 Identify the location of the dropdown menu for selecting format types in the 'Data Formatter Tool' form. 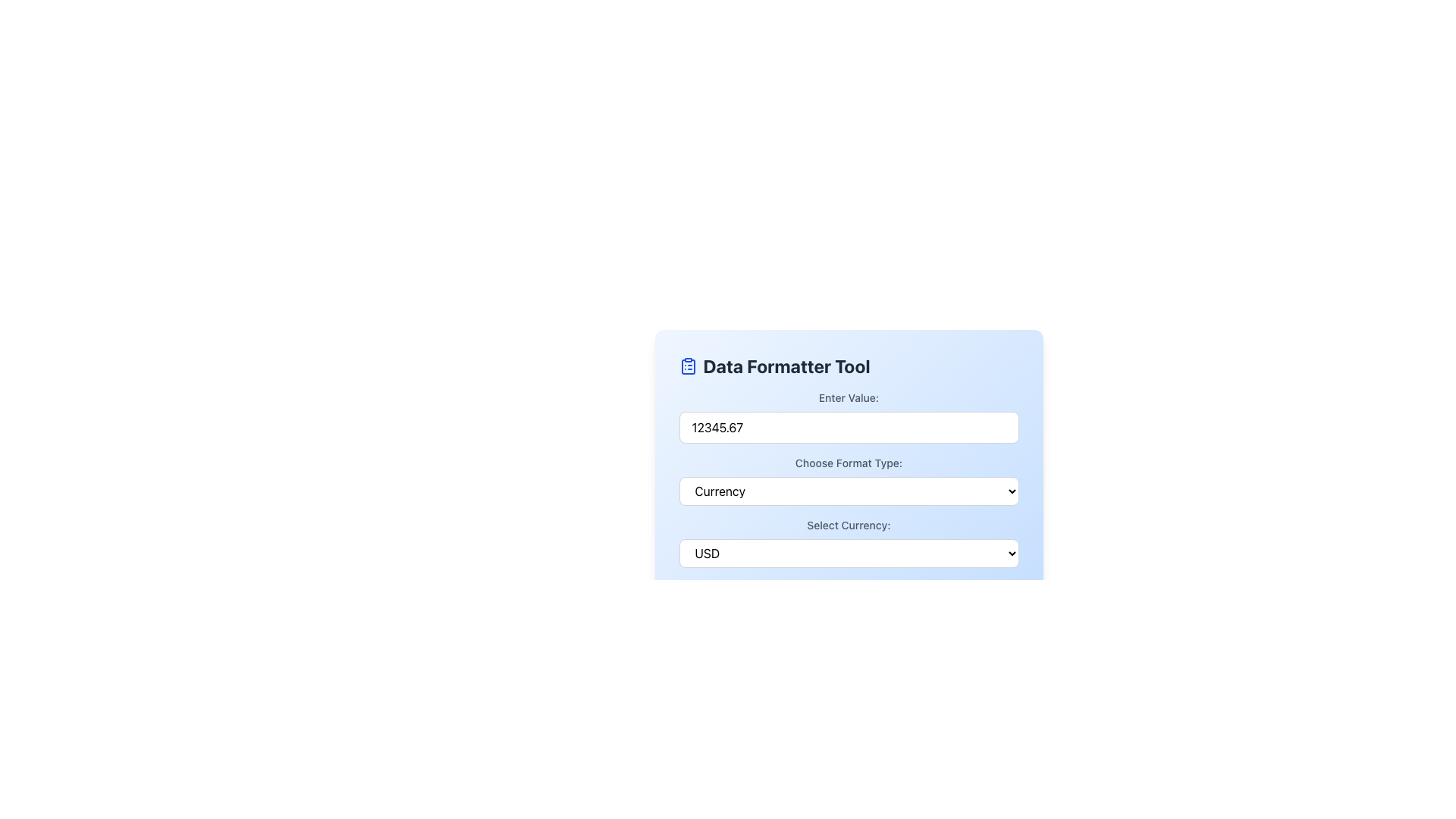
(848, 480).